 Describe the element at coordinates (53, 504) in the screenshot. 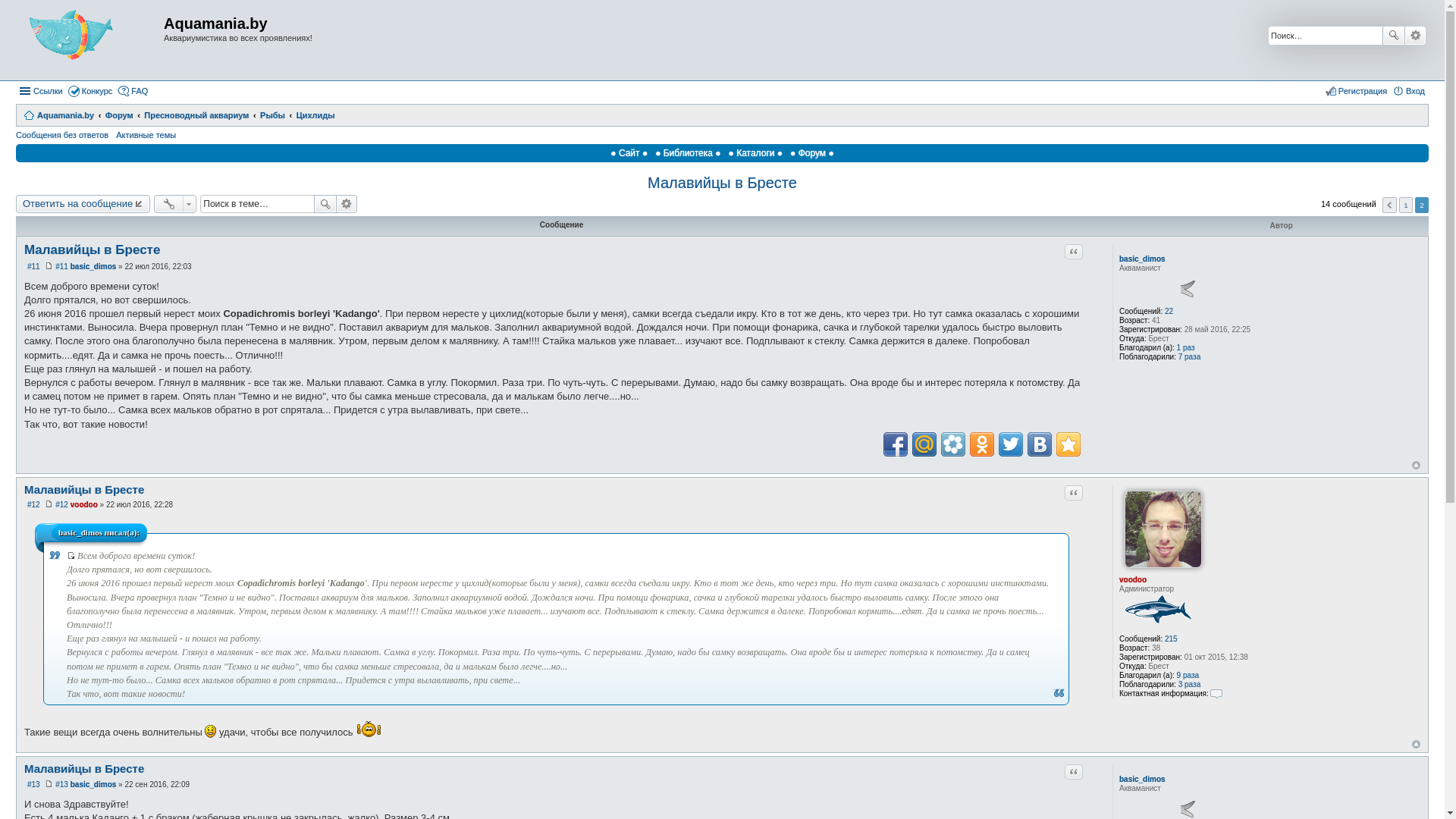

I see `'#12'` at that location.